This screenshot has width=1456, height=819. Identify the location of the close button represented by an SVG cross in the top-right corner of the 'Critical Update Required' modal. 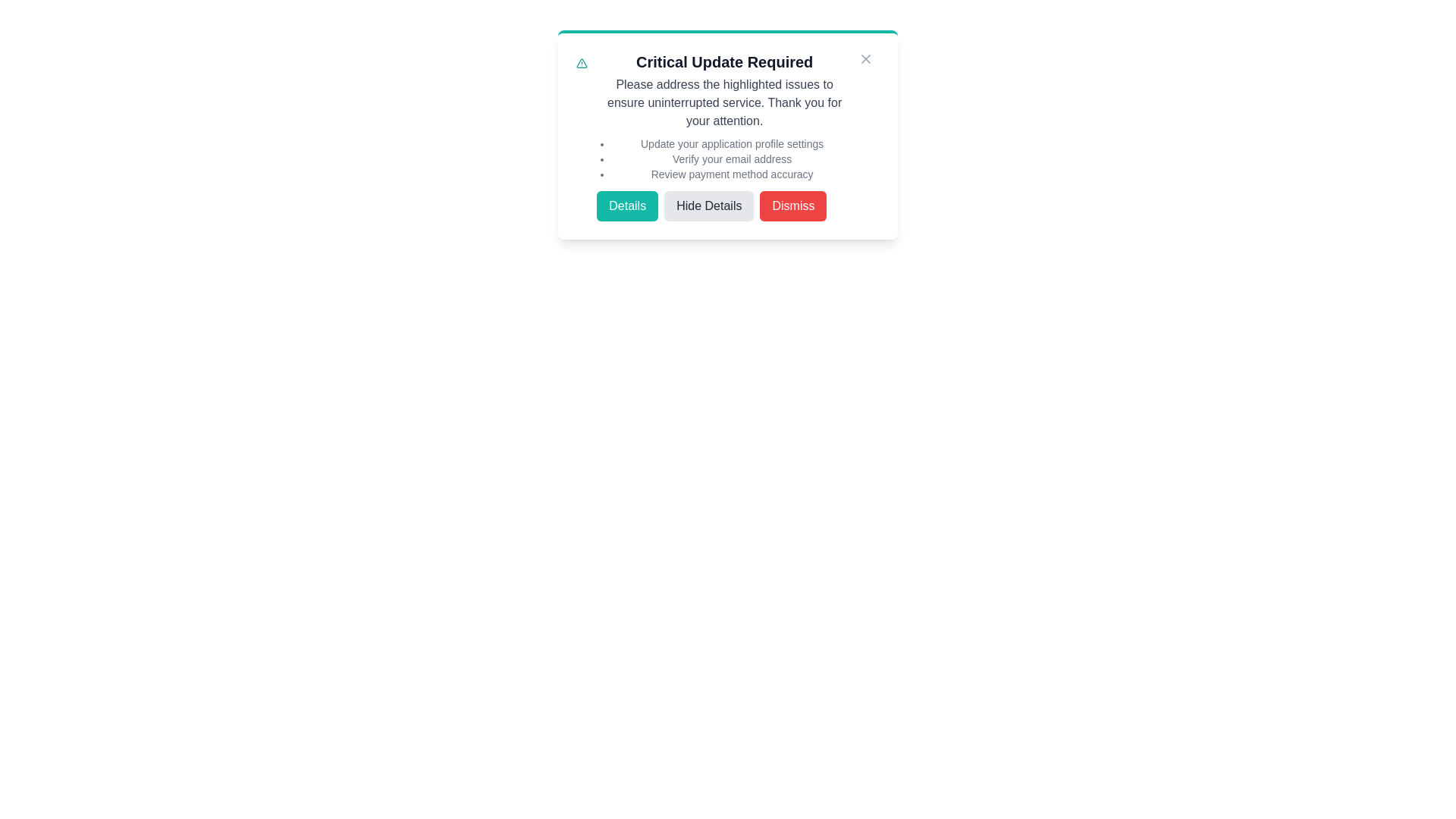
(866, 58).